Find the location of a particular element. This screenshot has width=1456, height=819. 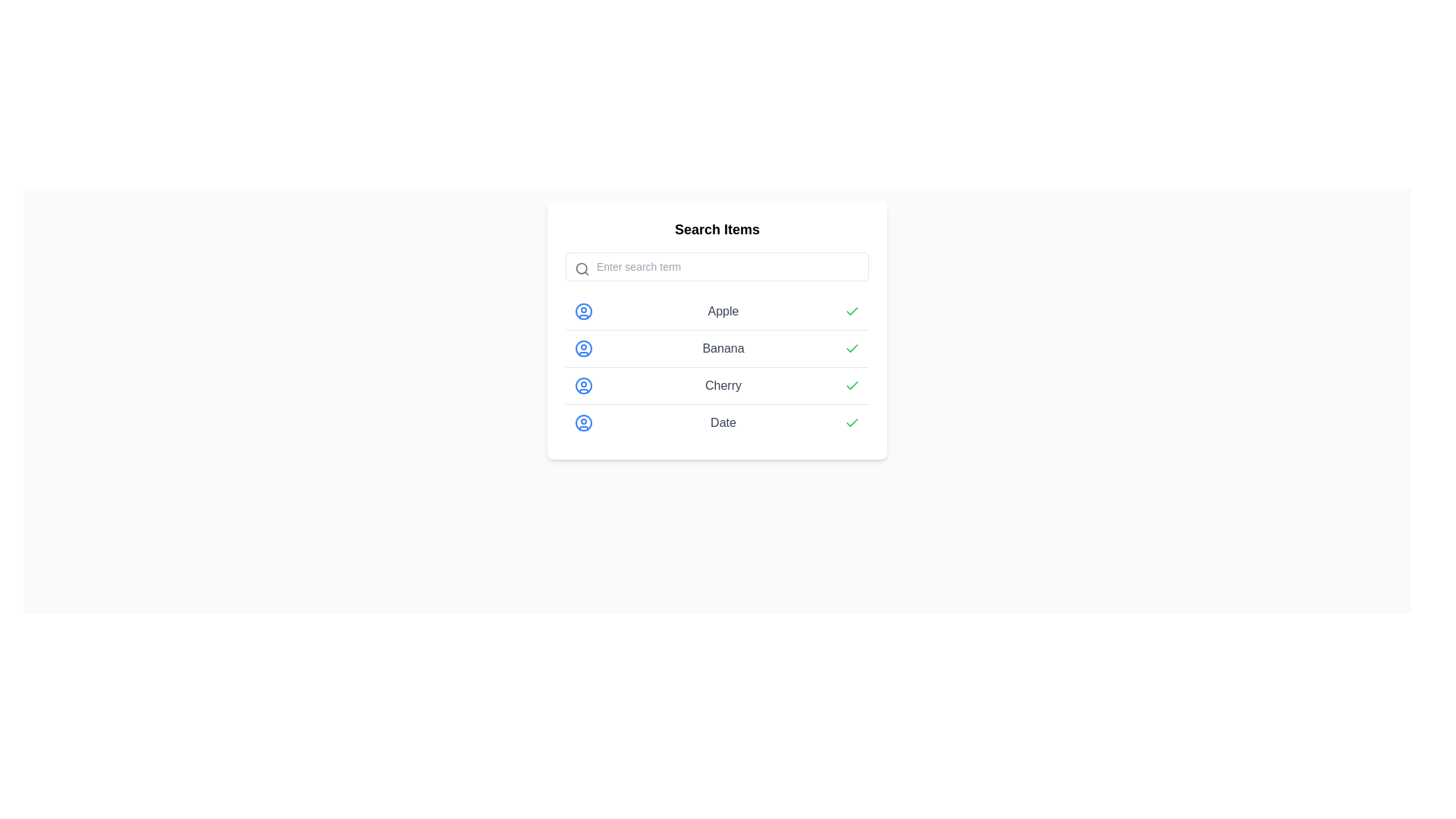

the circular user silhouette icon with a blue outline located to the left of the text 'Cherry' in the list of items is located at coordinates (582, 385).